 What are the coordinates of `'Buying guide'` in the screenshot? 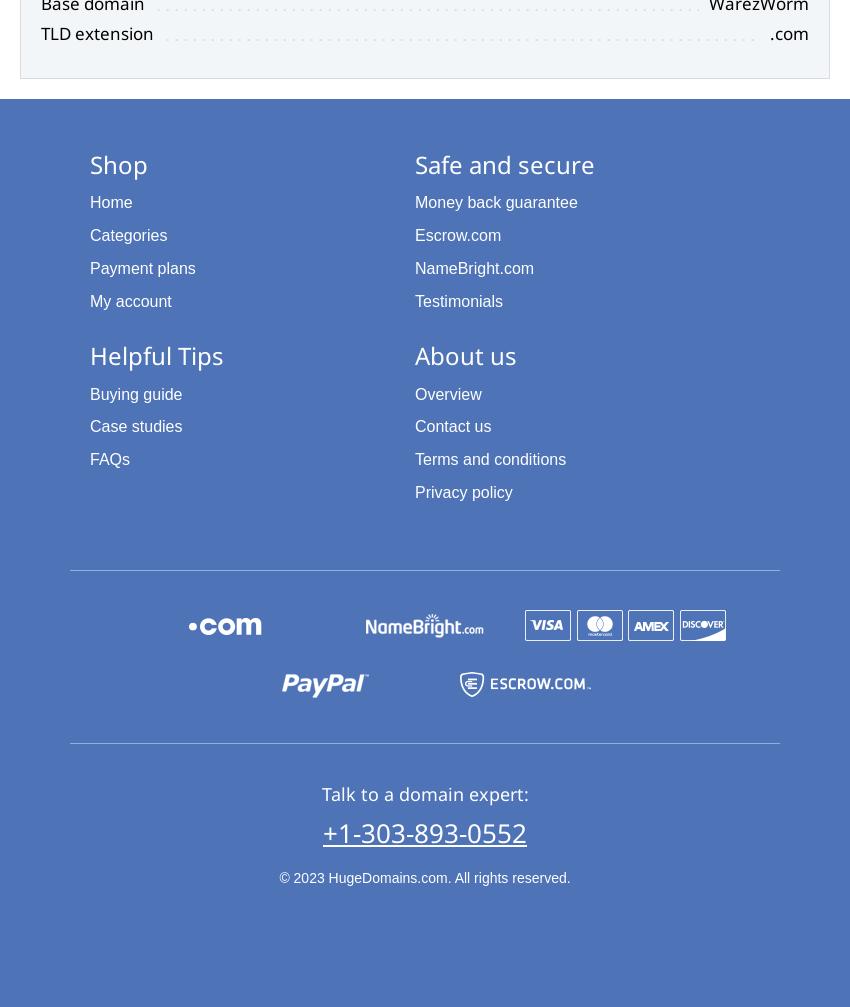 It's located at (89, 393).